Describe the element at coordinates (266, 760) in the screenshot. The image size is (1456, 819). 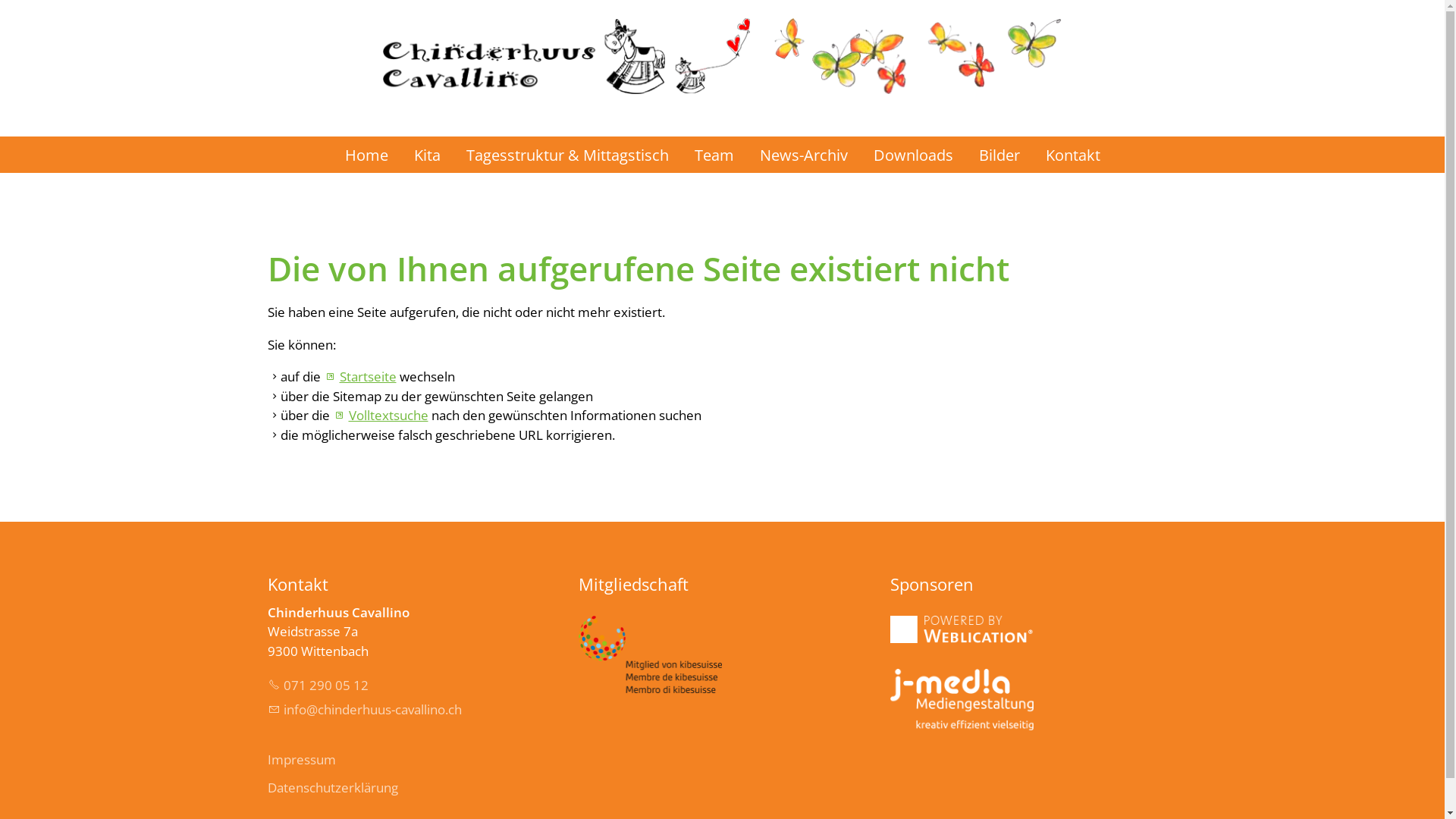
I see `'Impressum'` at that location.